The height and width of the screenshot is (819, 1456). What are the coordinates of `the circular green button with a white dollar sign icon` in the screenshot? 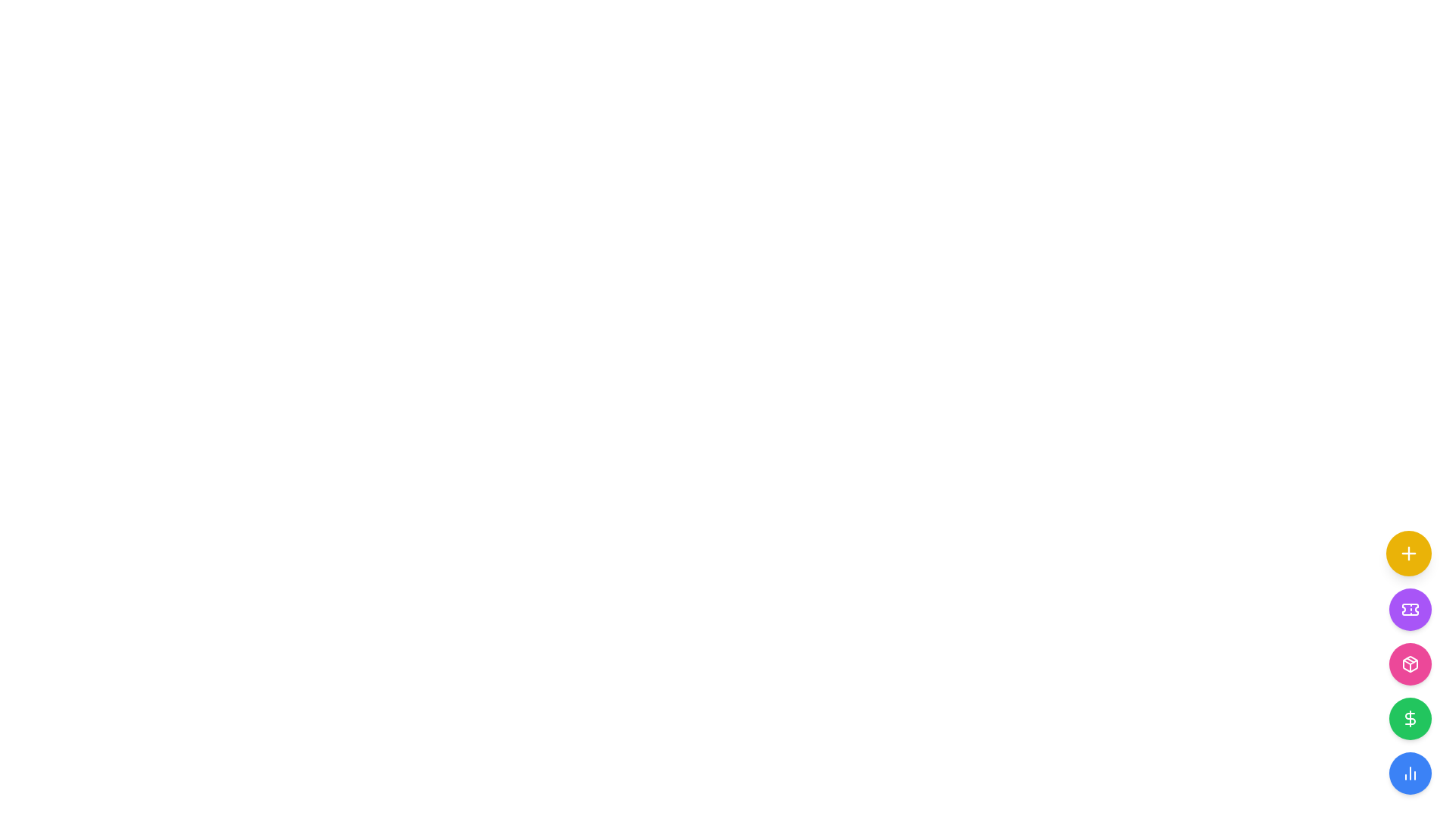 It's located at (1410, 718).